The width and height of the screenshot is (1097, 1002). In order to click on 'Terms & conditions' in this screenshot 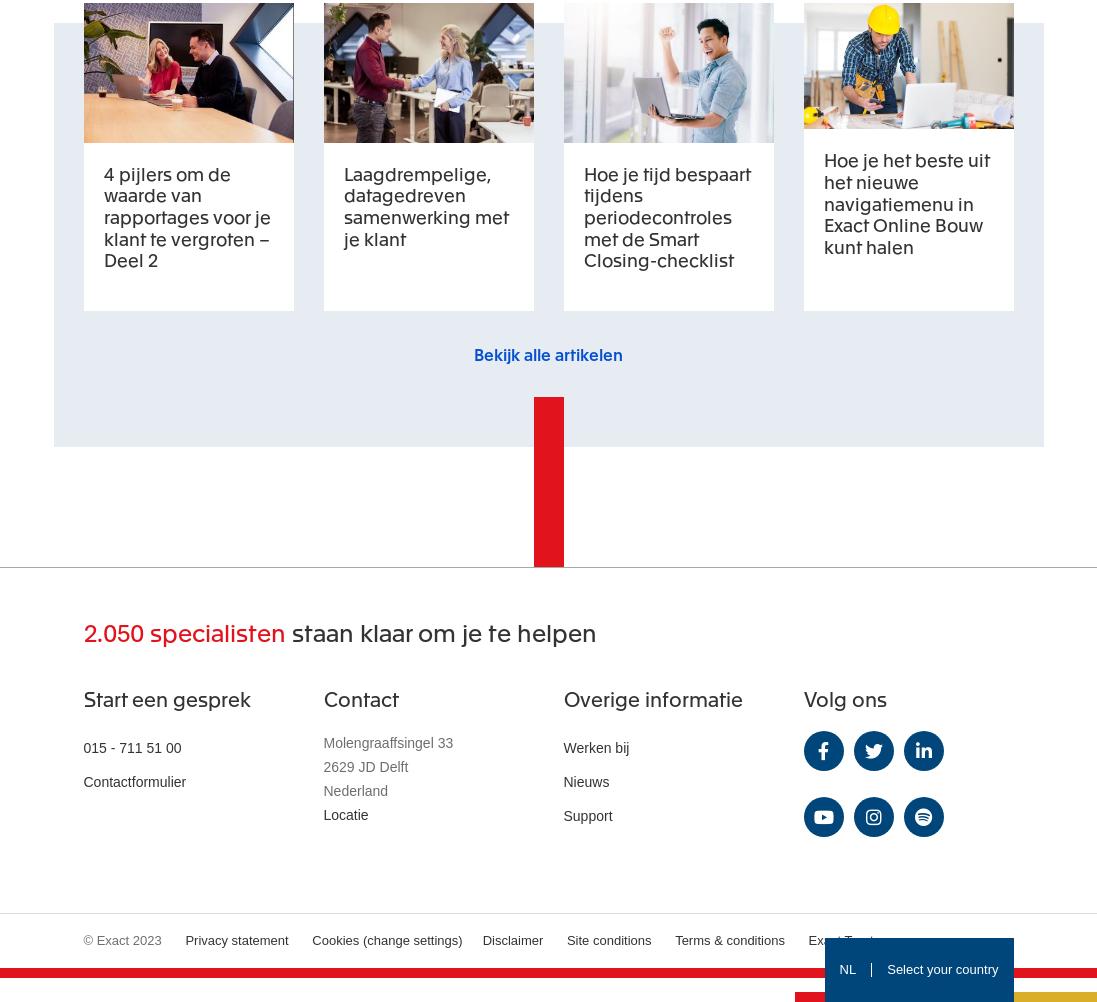, I will do `click(728, 938)`.